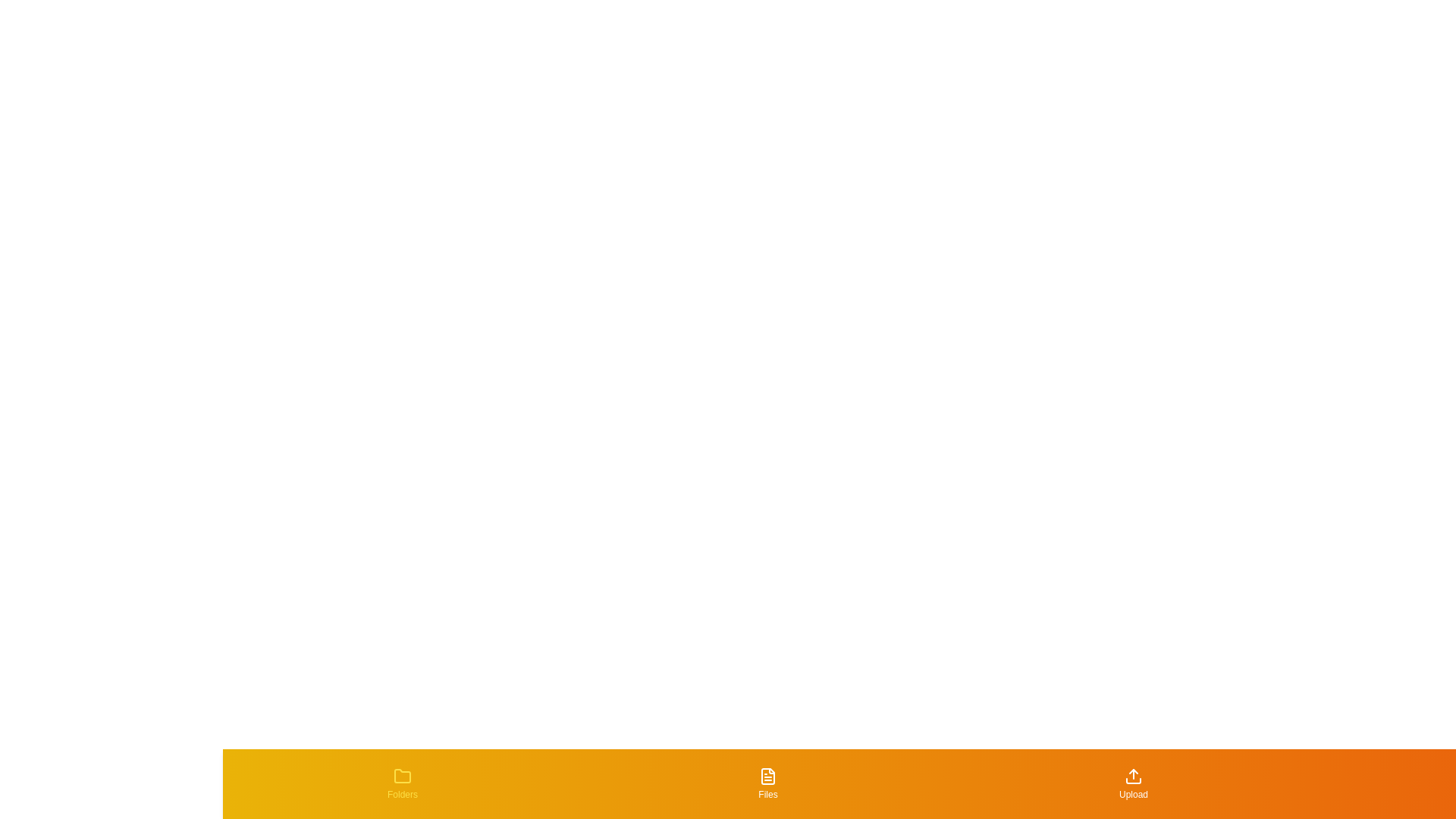 This screenshot has height=819, width=1456. Describe the element at coordinates (1133, 783) in the screenshot. I see `the Upload tab to navigate to its section` at that location.